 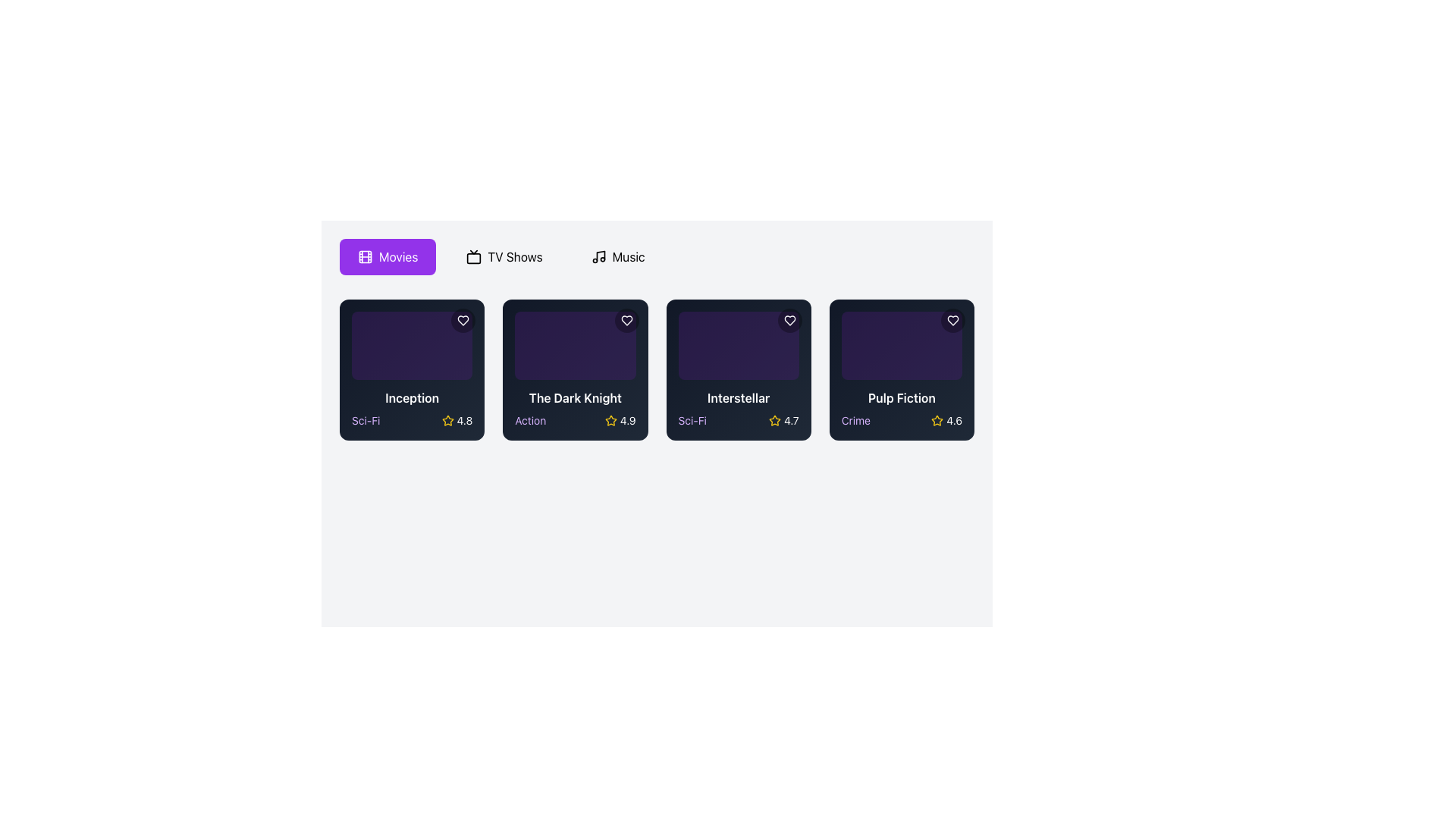 What do you see at coordinates (412, 397) in the screenshot?
I see `text label that displays the movie title 'Inception', which is prominently styled in bold white font against a dark gradient background, located in the bottom middle section of the first movie card` at bounding box center [412, 397].